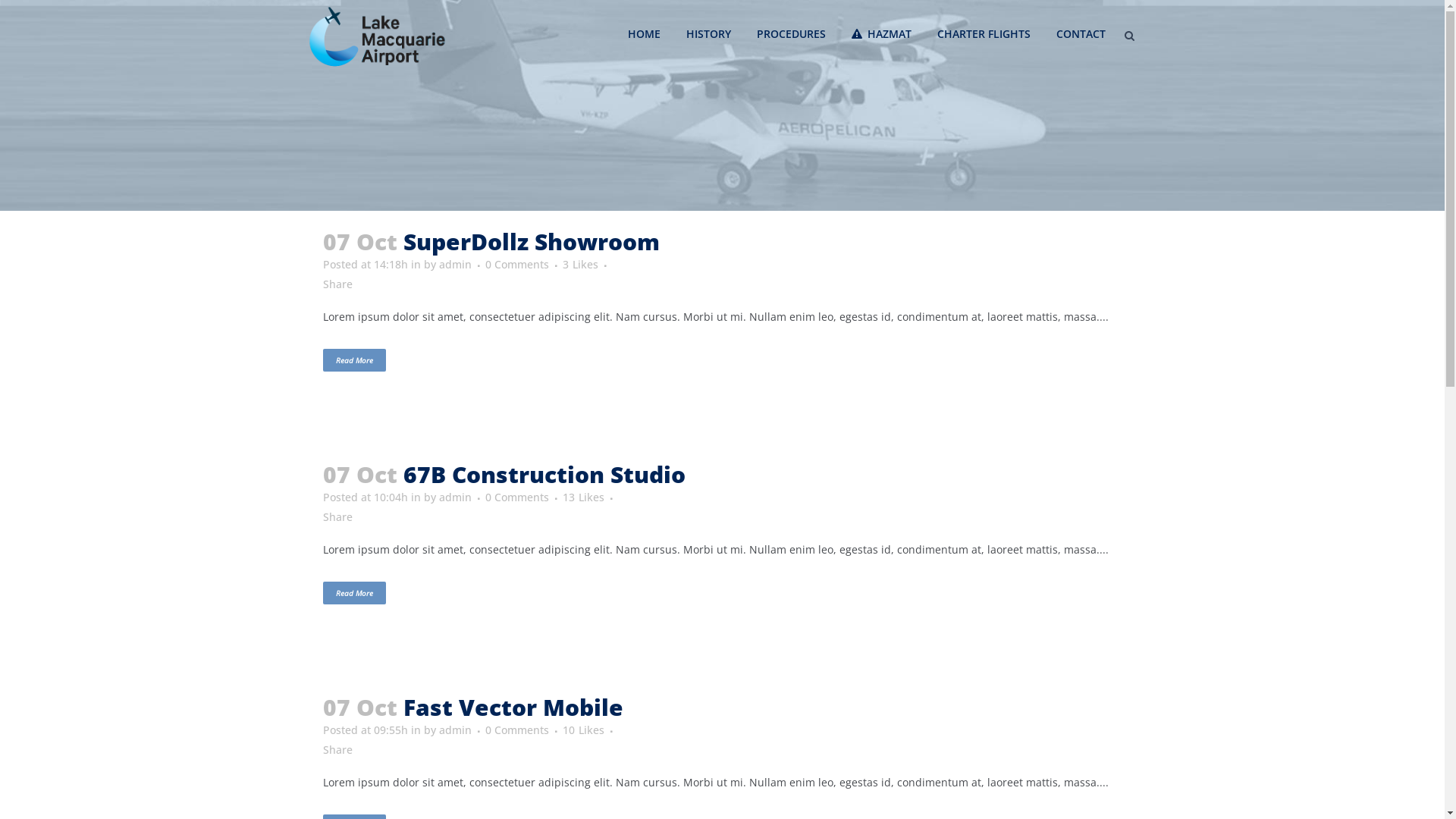 The image size is (1456, 819). I want to click on 'CONTACT', so click(1080, 34).